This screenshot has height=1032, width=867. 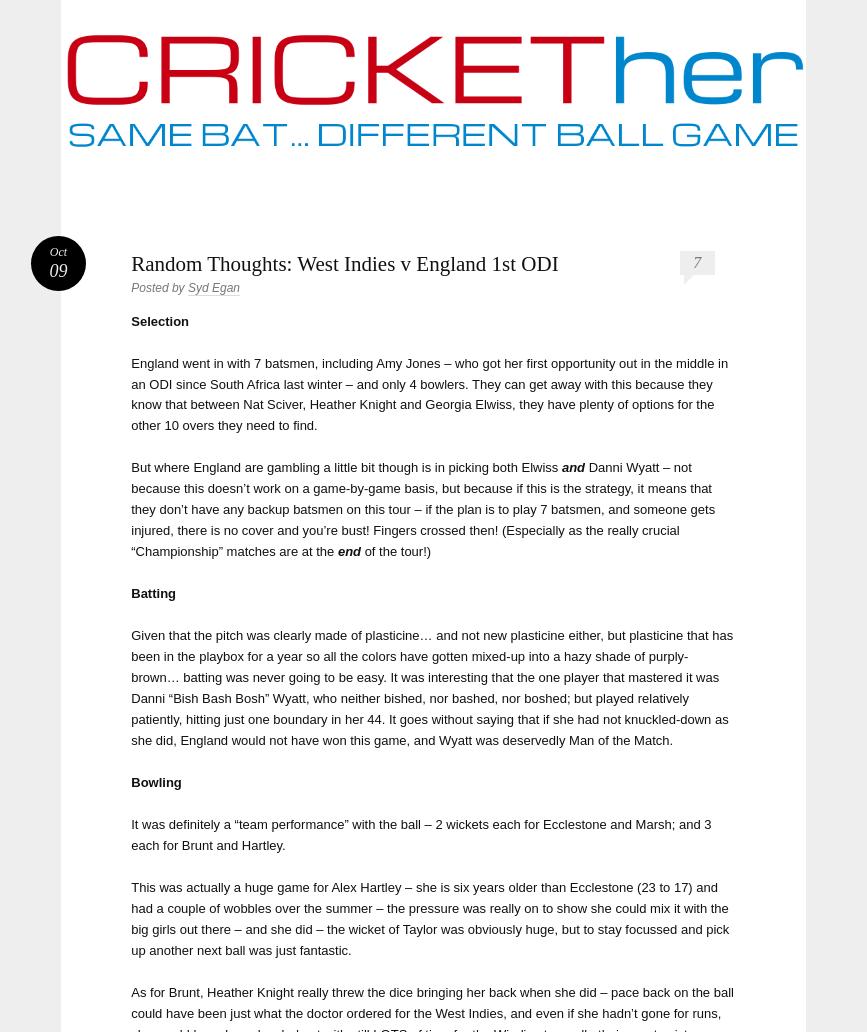 What do you see at coordinates (159, 320) in the screenshot?
I see `'Selection'` at bounding box center [159, 320].